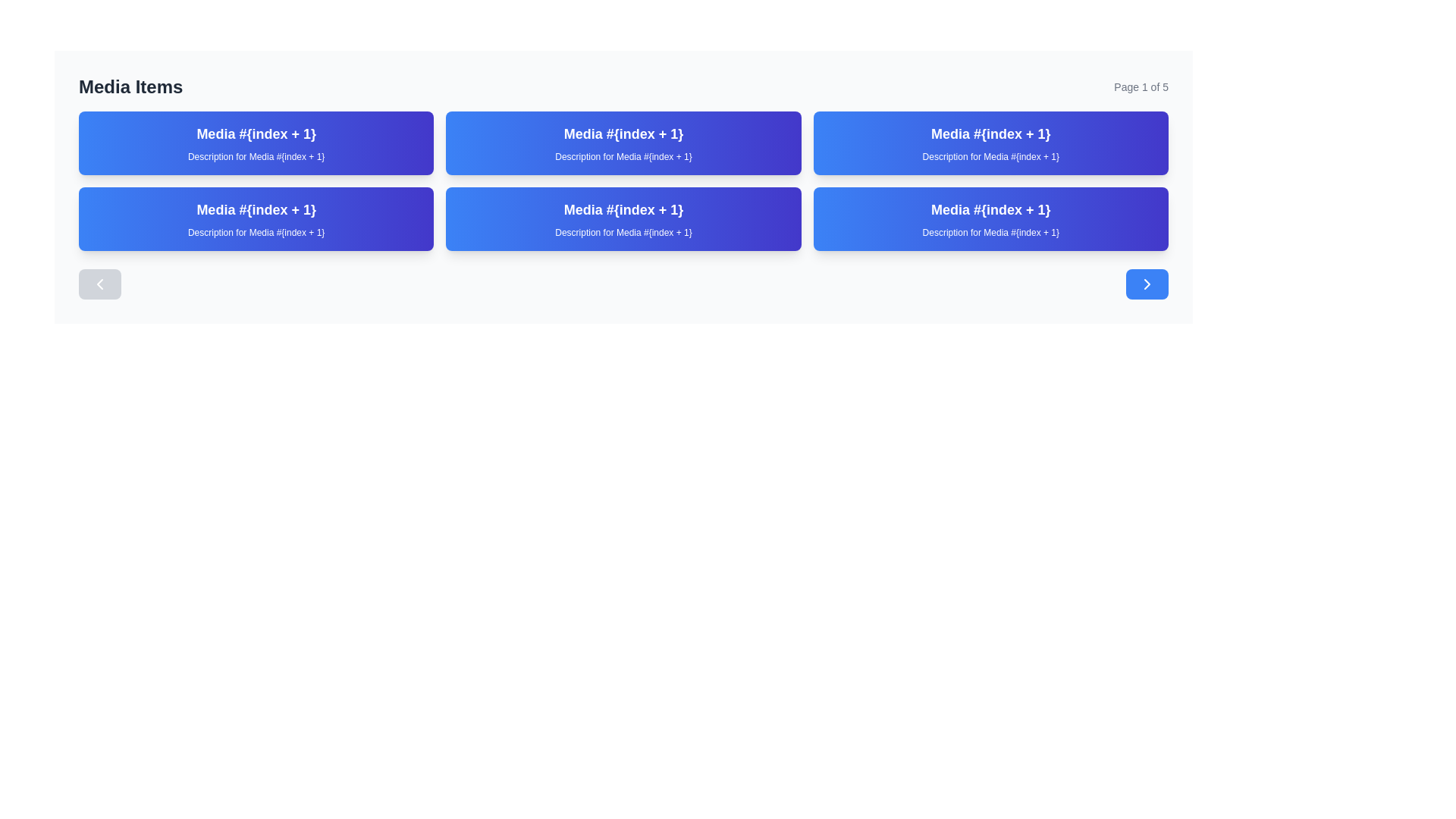  Describe the element at coordinates (623, 233) in the screenshot. I see `the text label displaying 'Description for Media #{index + 1}', located below the bold title 'Media #{index + 1}' within the blue gradient rectangular card in the second row, third card of the grid layout` at that location.